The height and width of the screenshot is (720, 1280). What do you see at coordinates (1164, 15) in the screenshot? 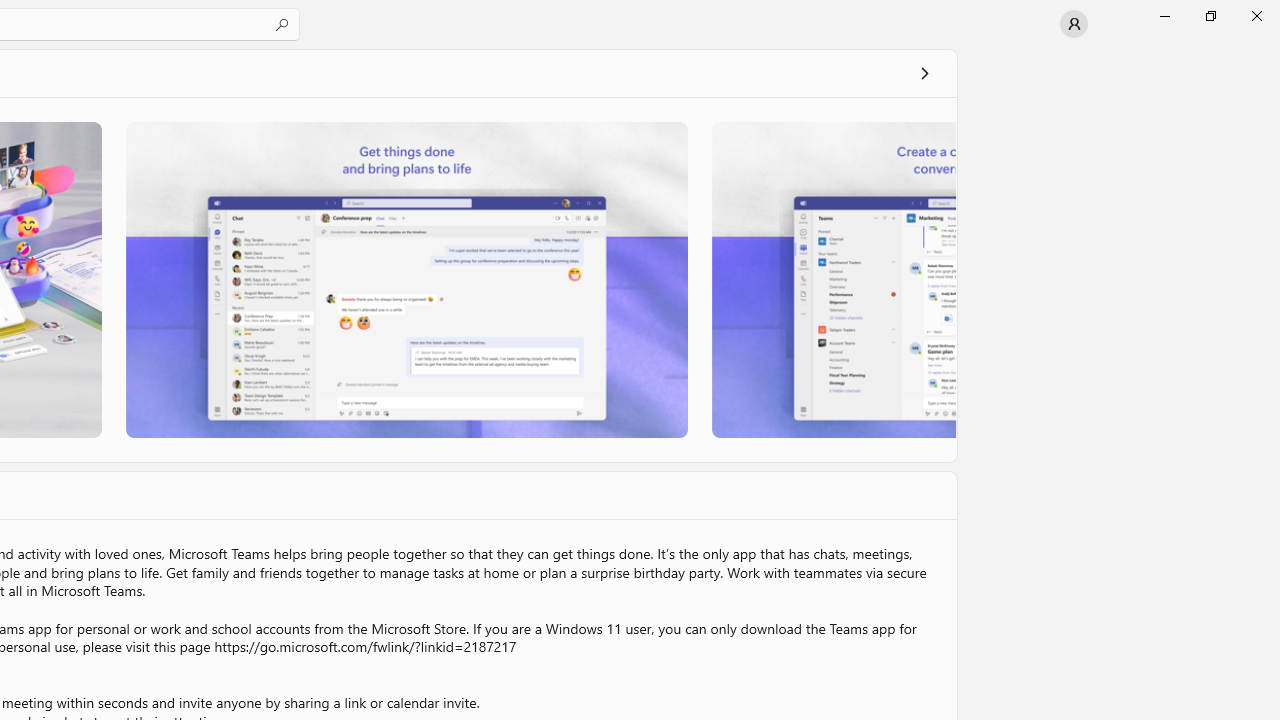
I see `'Minimize Microsoft Store'` at bounding box center [1164, 15].